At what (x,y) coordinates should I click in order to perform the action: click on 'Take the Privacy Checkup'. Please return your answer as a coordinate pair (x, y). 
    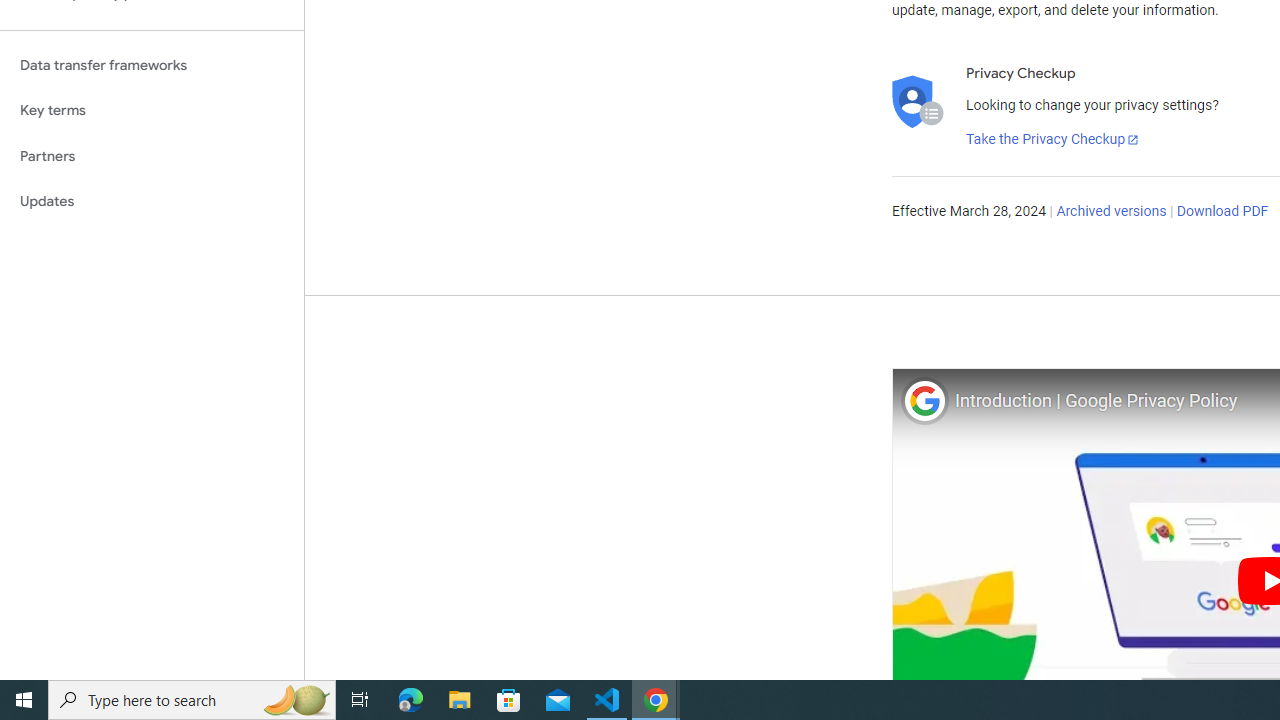
    Looking at the image, I should click on (1052, 139).